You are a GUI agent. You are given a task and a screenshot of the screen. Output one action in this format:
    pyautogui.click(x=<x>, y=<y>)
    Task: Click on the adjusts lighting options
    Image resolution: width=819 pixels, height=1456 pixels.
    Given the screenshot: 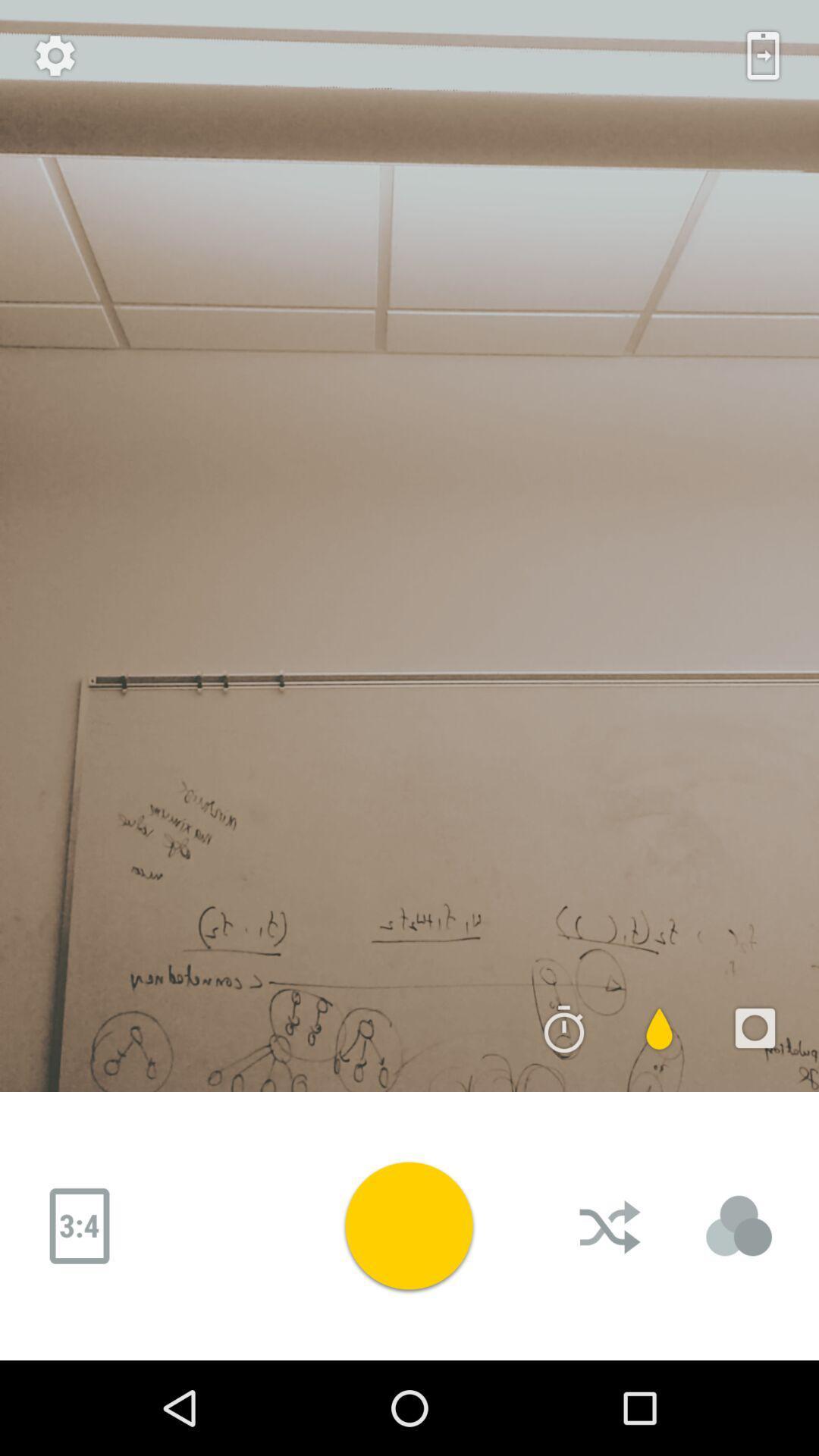 What is the action you would take?
    pyautogui.click(x=739, y=1226)
    